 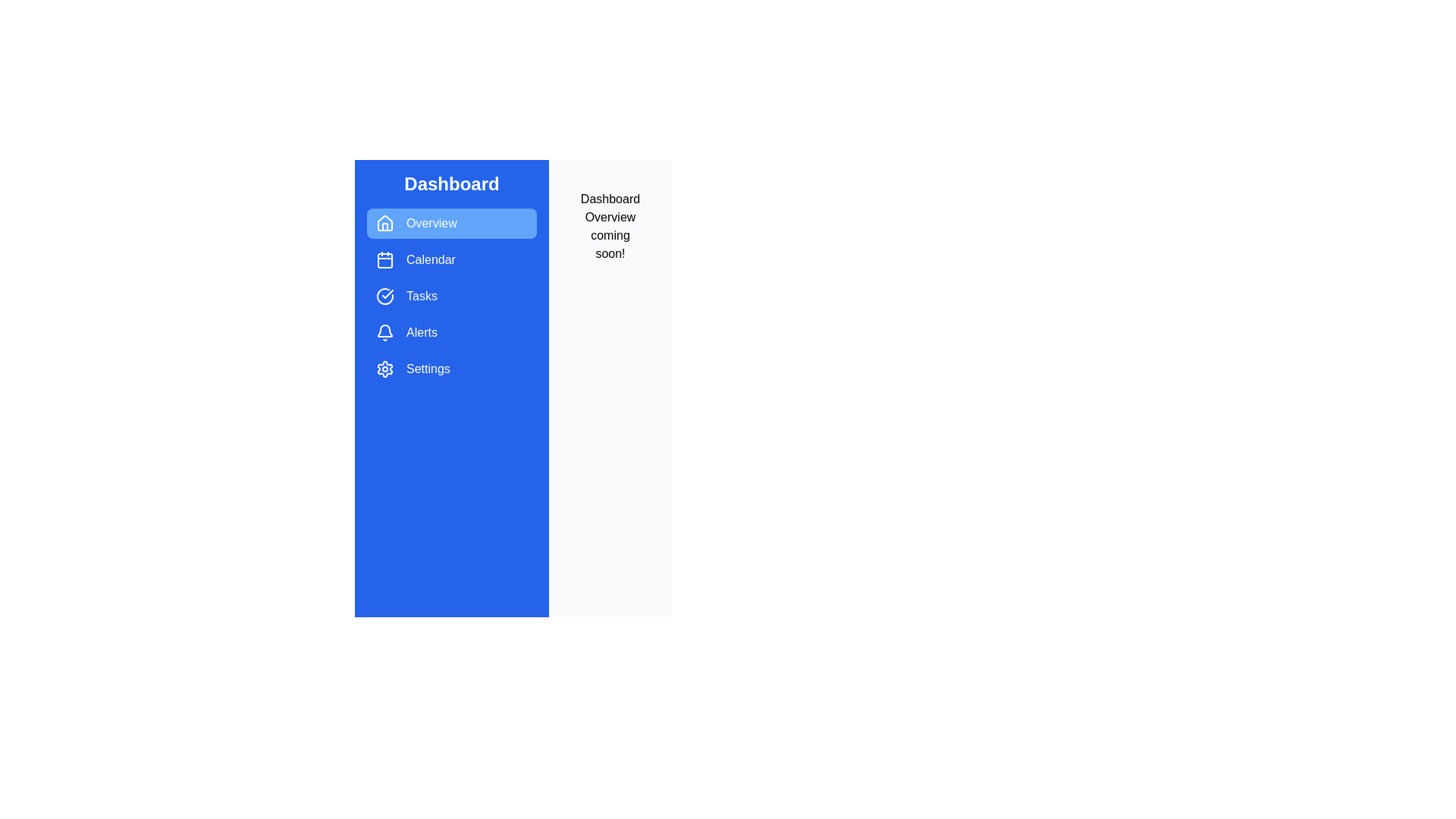 I want to click on the home/dashboard icon associated with the 'Overview' button in the sidebar menu, so click(x=385, y=222).